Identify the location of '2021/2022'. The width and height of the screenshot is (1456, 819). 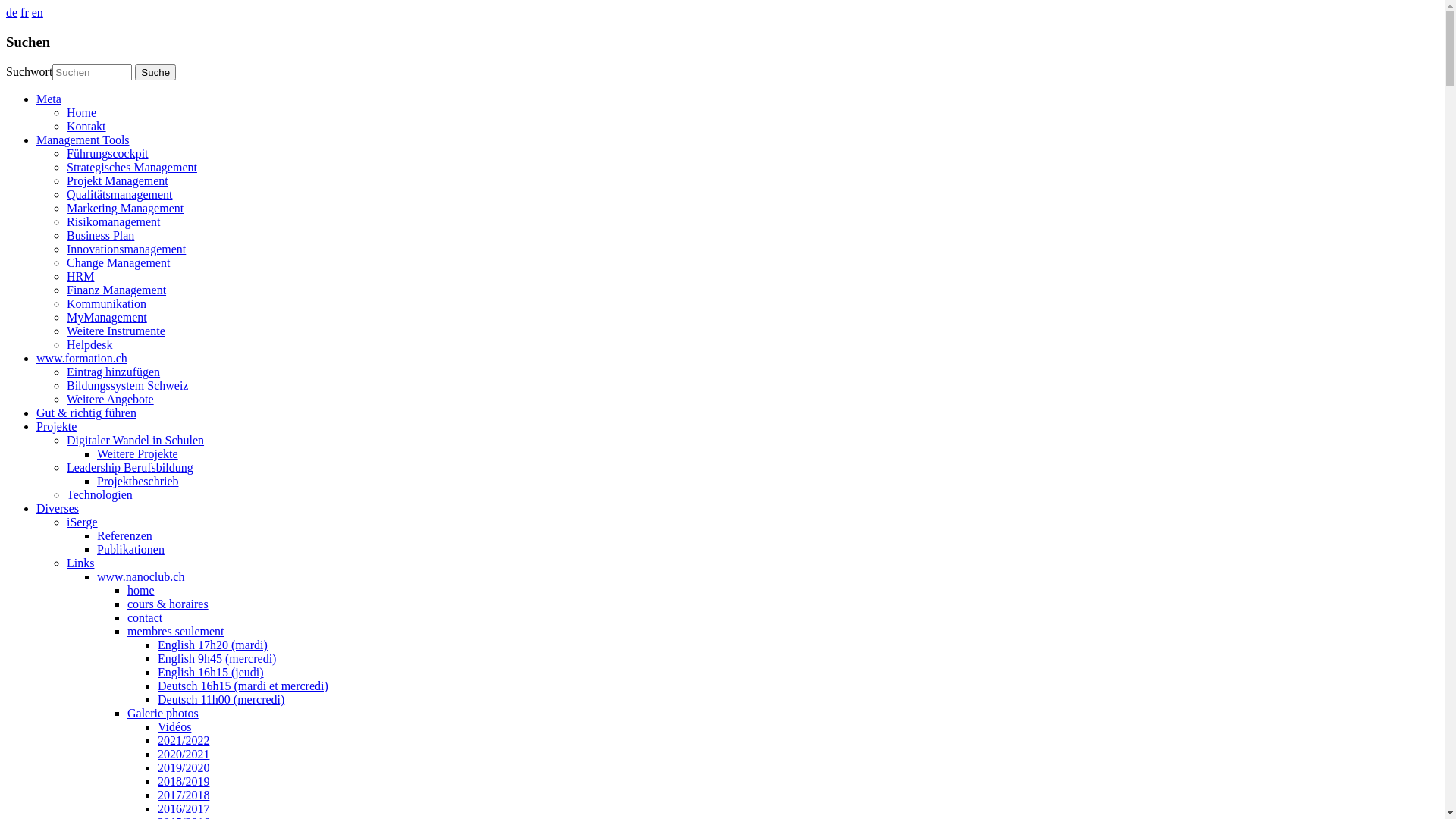
(182, 739).